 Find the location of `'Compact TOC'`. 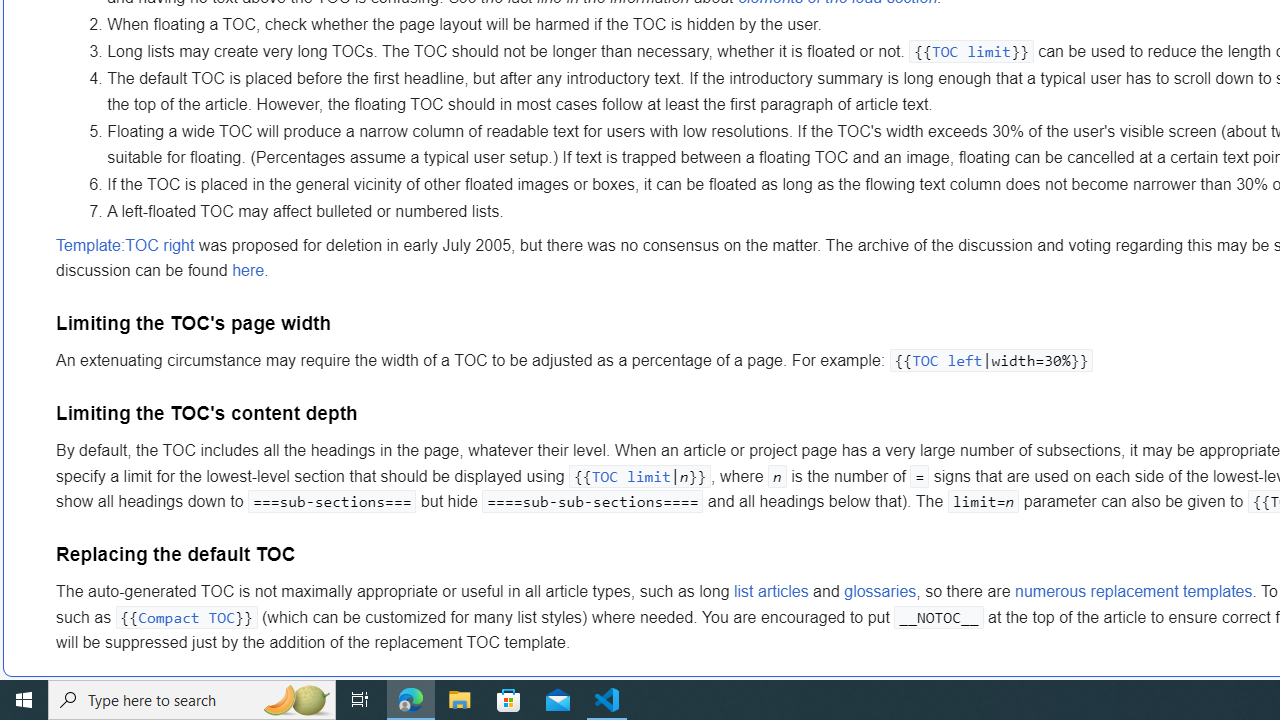

'Compact TOC' is located at coordinates (186, 616).